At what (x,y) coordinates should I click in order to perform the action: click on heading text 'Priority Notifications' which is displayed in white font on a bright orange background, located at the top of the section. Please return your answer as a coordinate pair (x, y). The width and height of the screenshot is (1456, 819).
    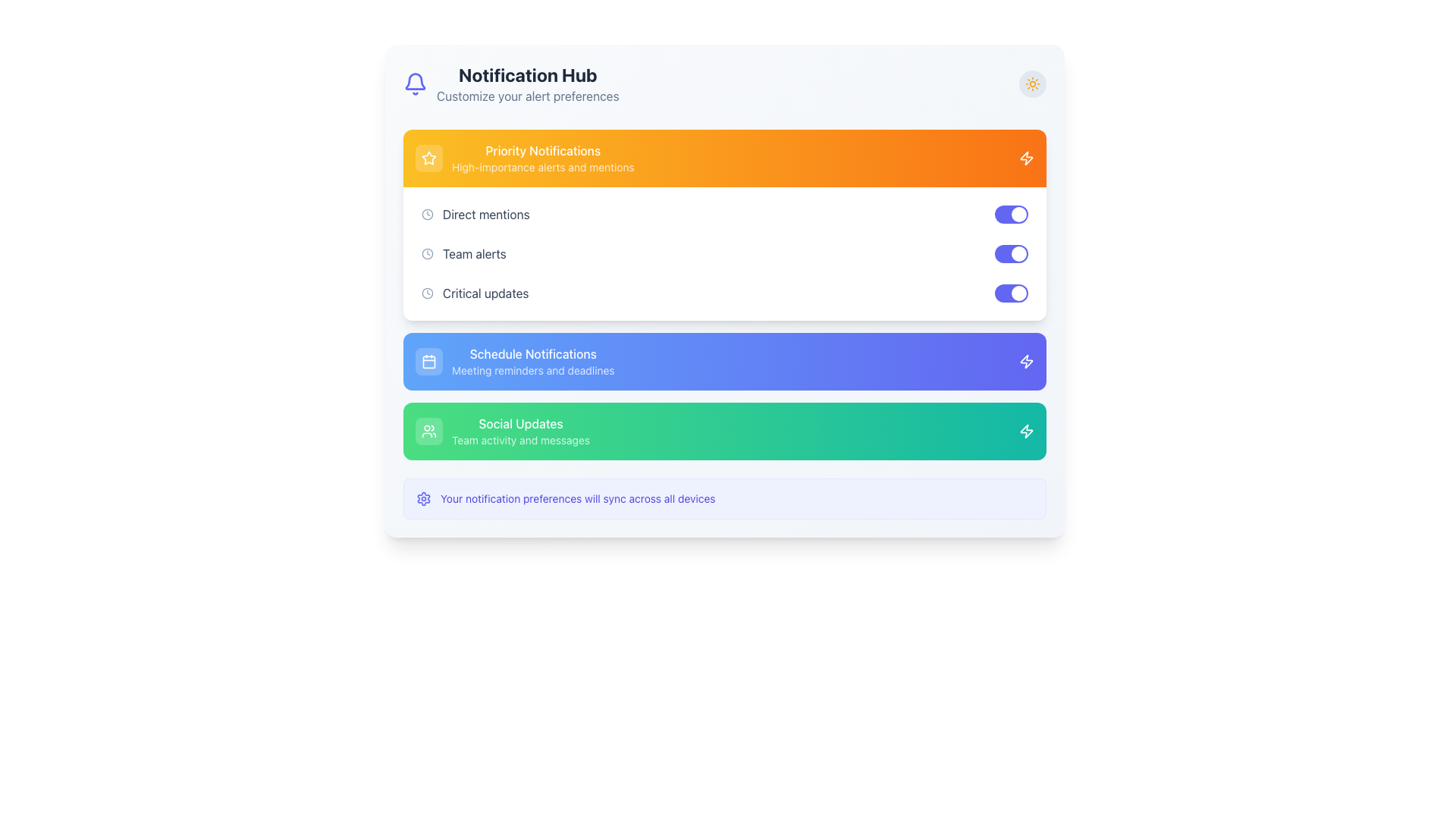
    Looking at the image, I should click on (543, 151).